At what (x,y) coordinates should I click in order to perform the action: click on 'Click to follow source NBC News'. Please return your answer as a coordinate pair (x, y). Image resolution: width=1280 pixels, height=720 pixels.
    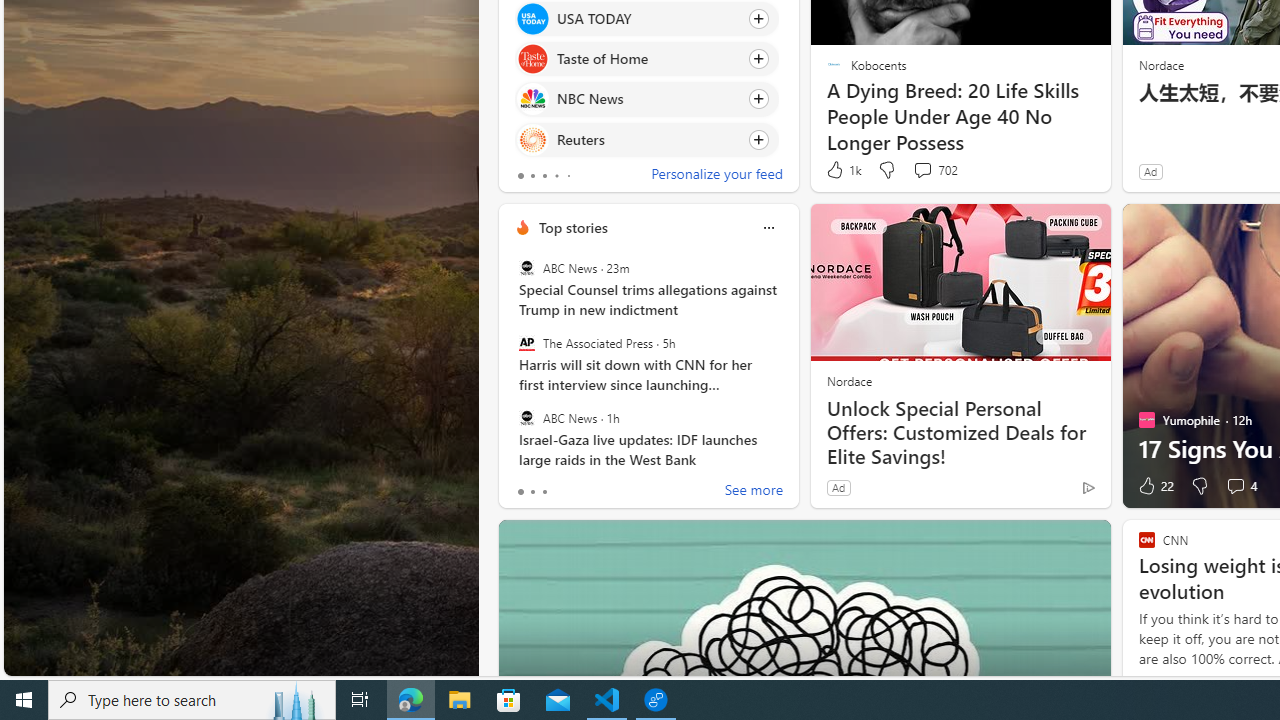
    Looking at the image, I should click on (647, 99).